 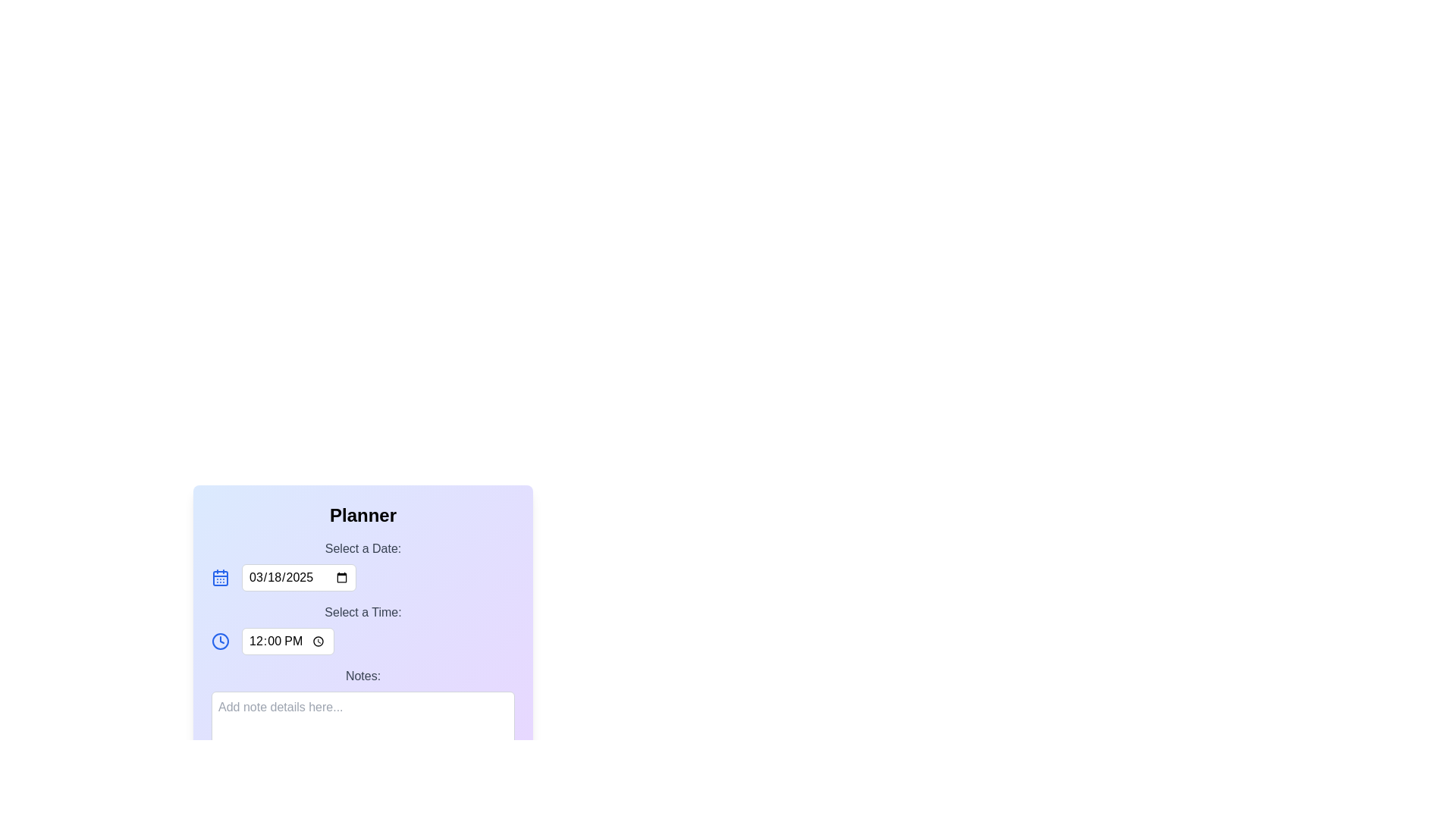 I want to click on the calendar icon, which is the first element in a horizontal layout group adjacent to a date picker input field, so click(x=220, y=578).